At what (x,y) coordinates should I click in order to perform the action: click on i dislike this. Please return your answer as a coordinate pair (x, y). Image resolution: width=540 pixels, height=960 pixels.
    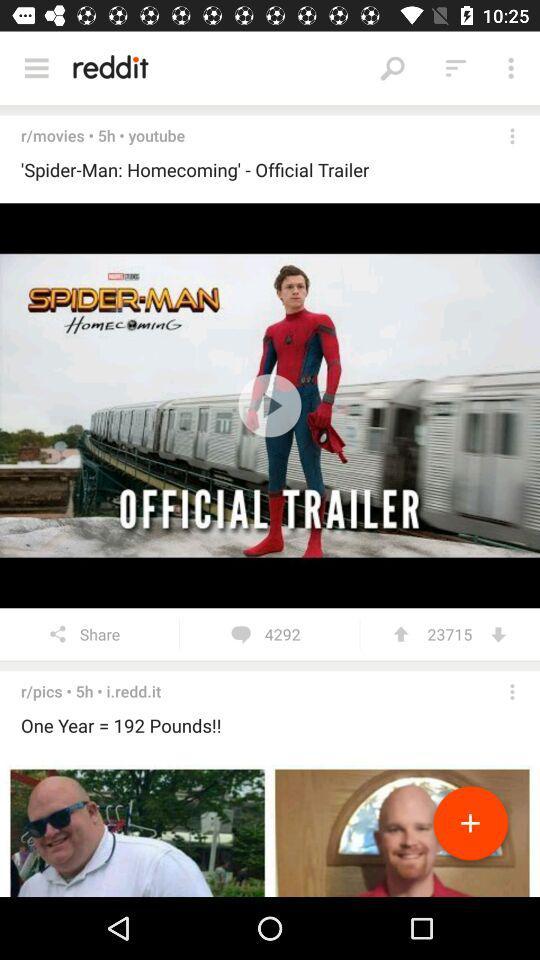
    Looking at the image, I should click on (497, 633).